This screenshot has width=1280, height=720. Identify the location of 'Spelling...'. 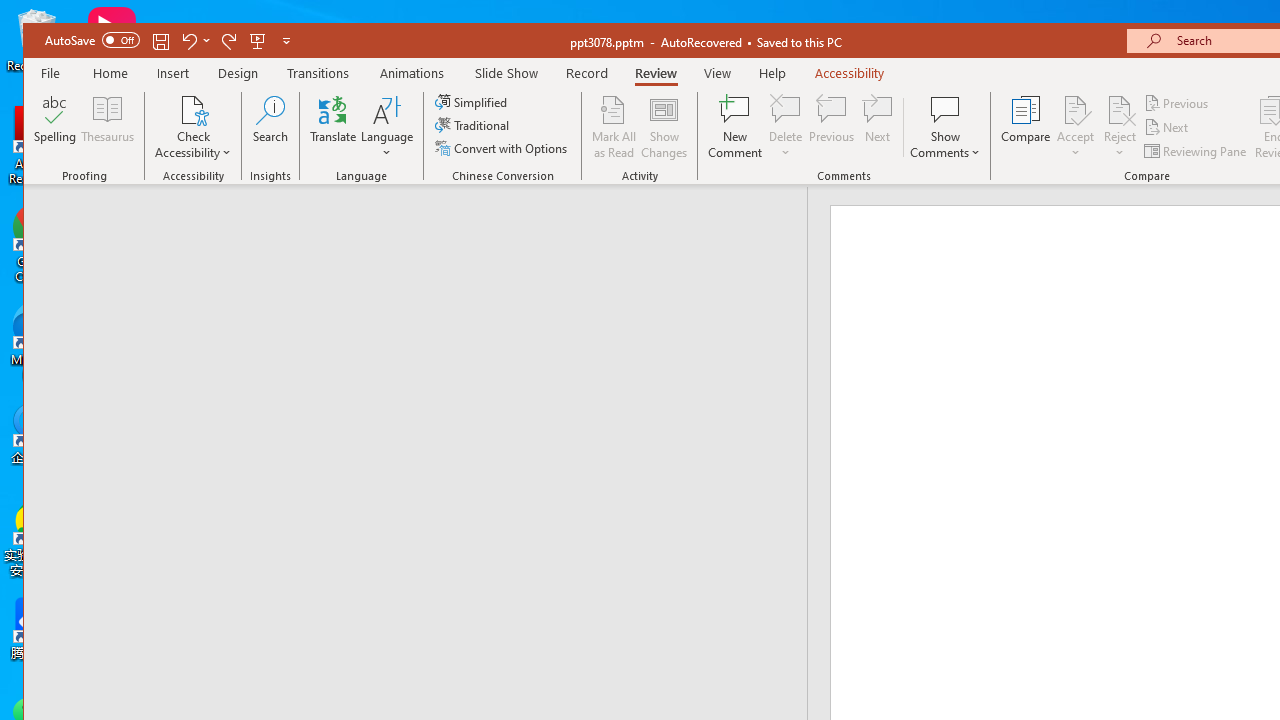
(55, 127).